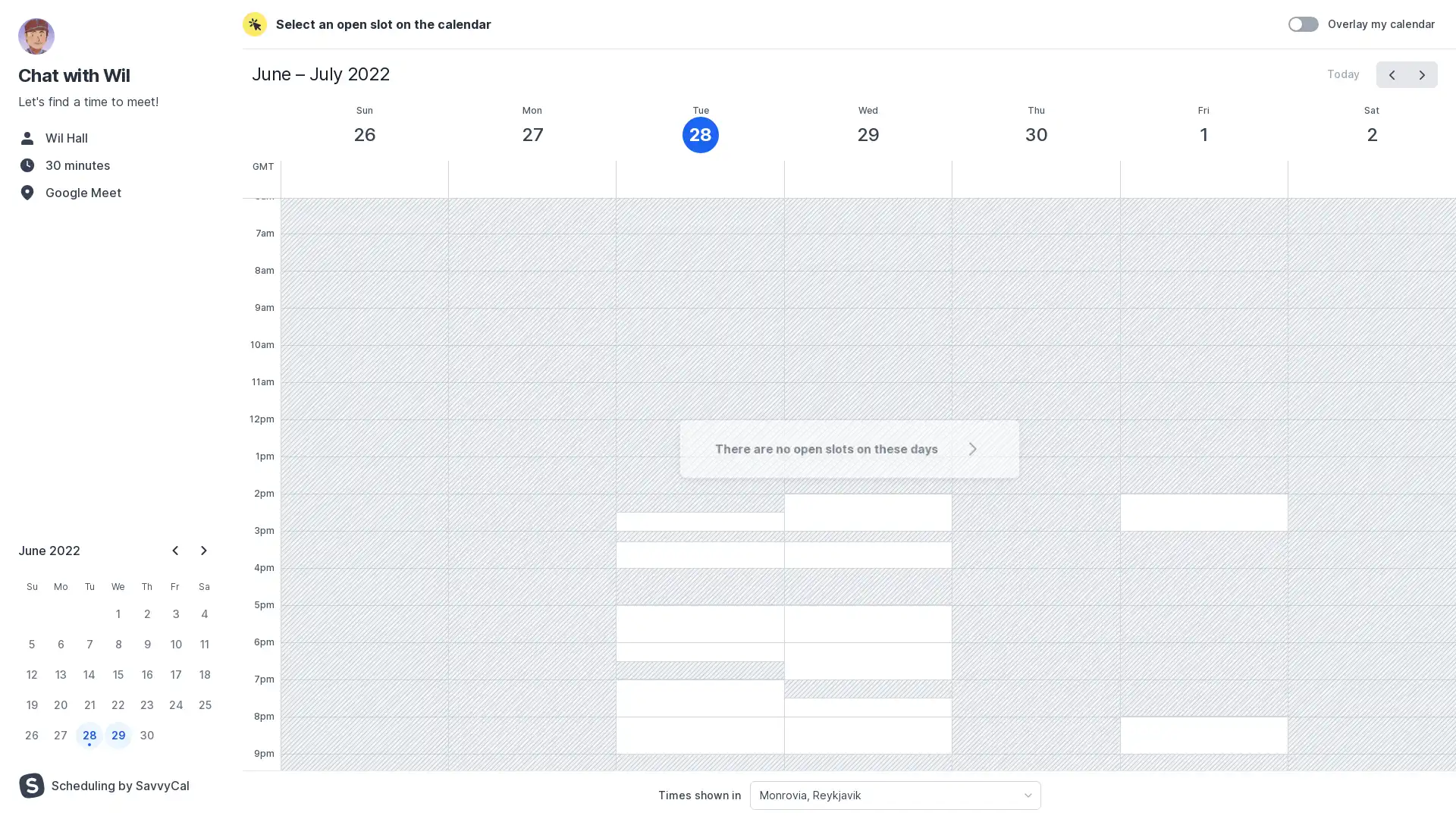 The width and height of the screenshot is (1456, 819). What do you see at coordinates (202, 550) in the screenshot?
I see `Next Month` at bounding box center [202, 550].